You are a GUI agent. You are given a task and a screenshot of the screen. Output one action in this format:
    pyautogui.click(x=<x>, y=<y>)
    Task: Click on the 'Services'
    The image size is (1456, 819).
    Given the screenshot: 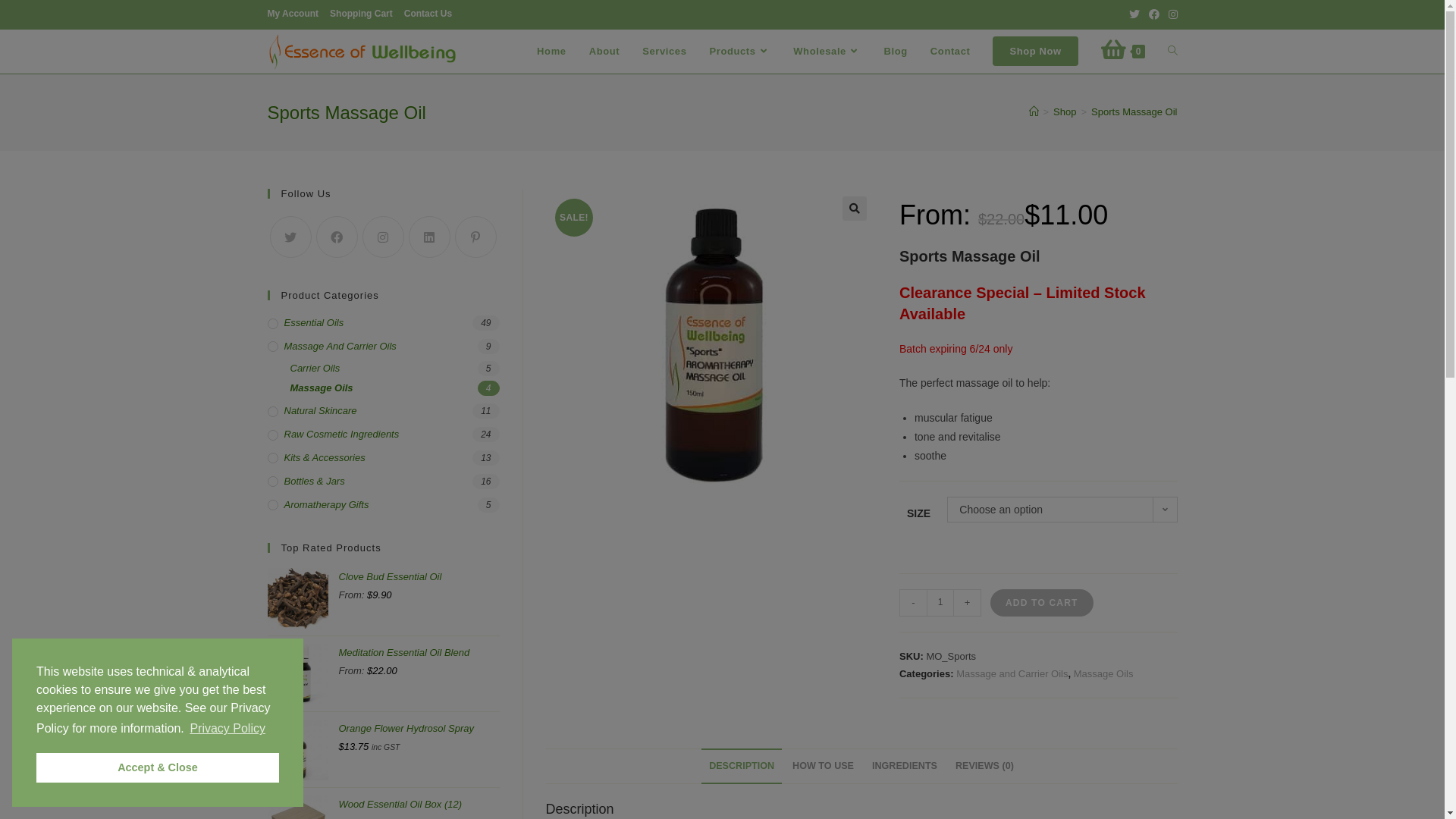 What is the action you would take?
    pyautogui.click(x=664, y=51)
    